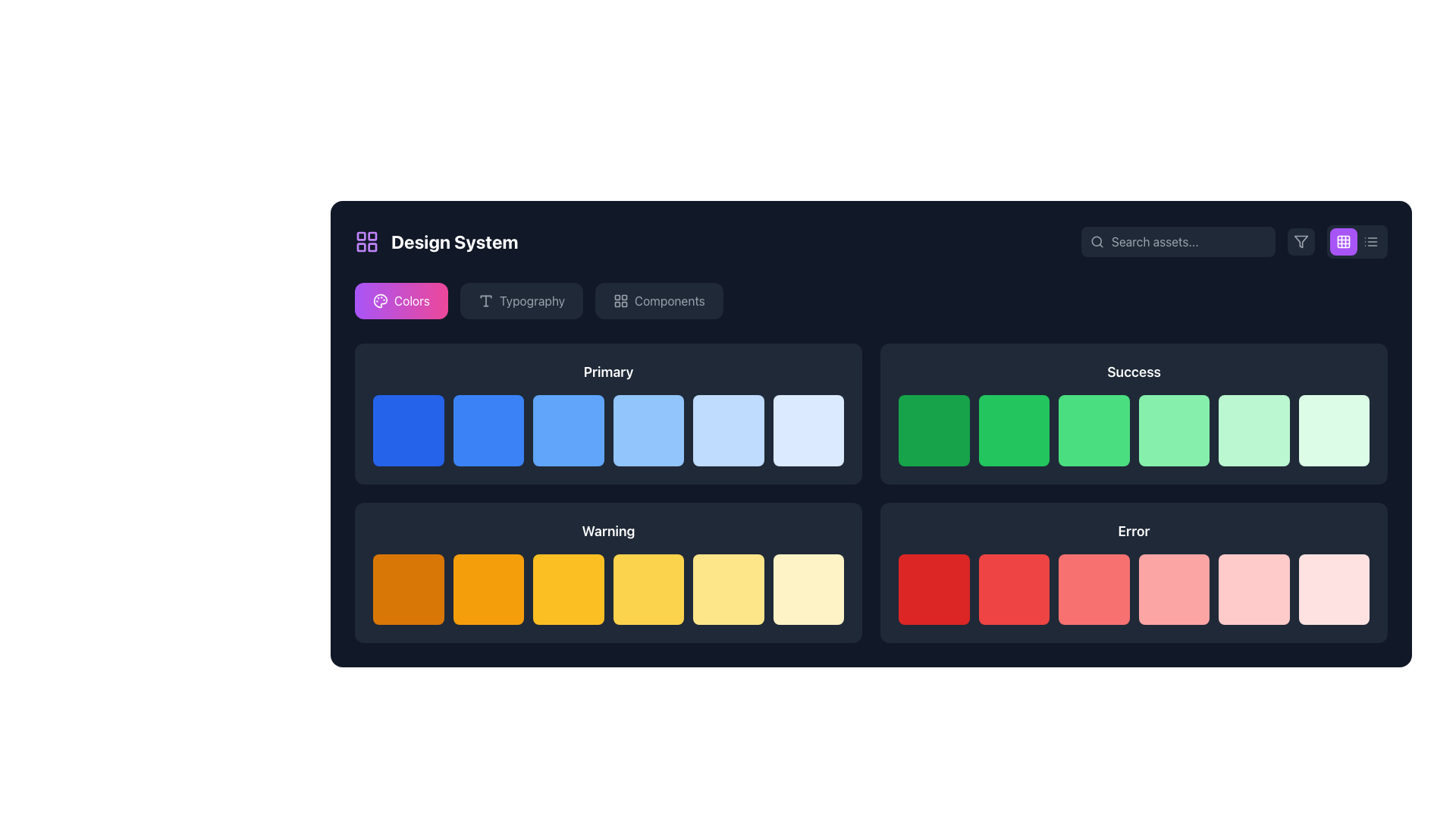  I want to click on the last button in the 'Error' section of the color-themed grid to gain accessibility interactions, so click(1333, 588).